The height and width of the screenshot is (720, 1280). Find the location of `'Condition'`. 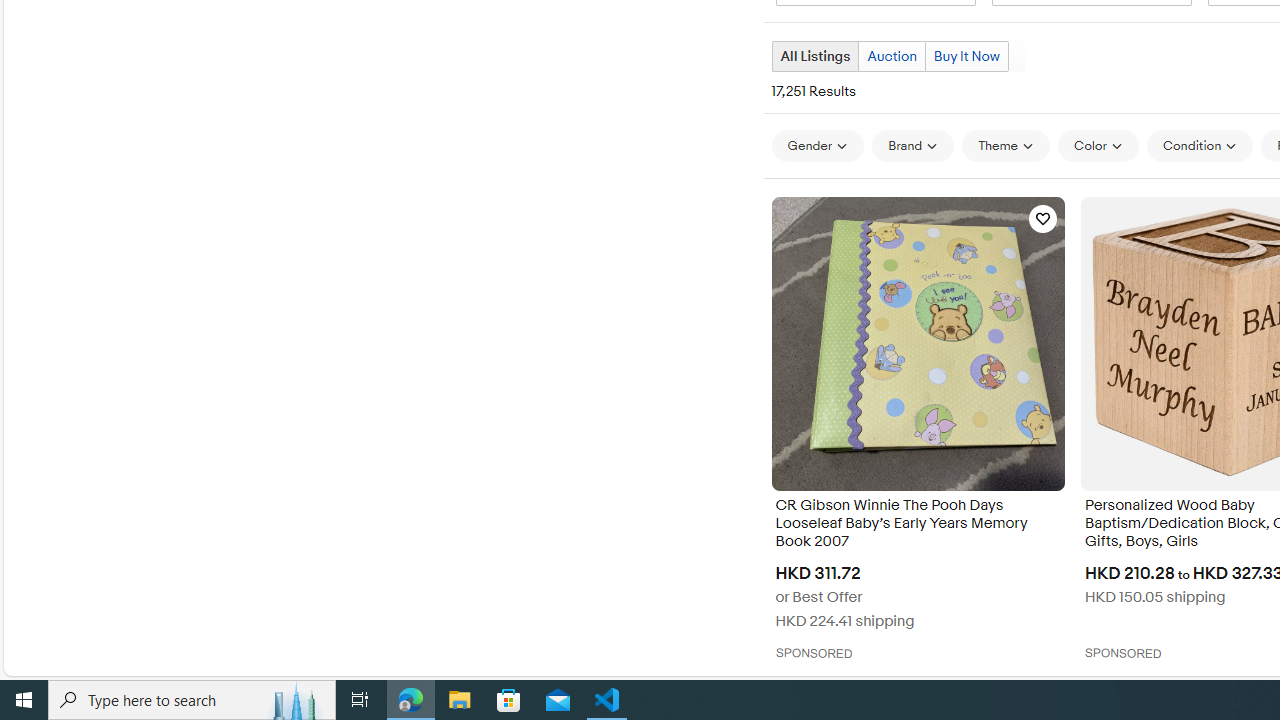

'Condition' is located at coordinates (1200, 144).